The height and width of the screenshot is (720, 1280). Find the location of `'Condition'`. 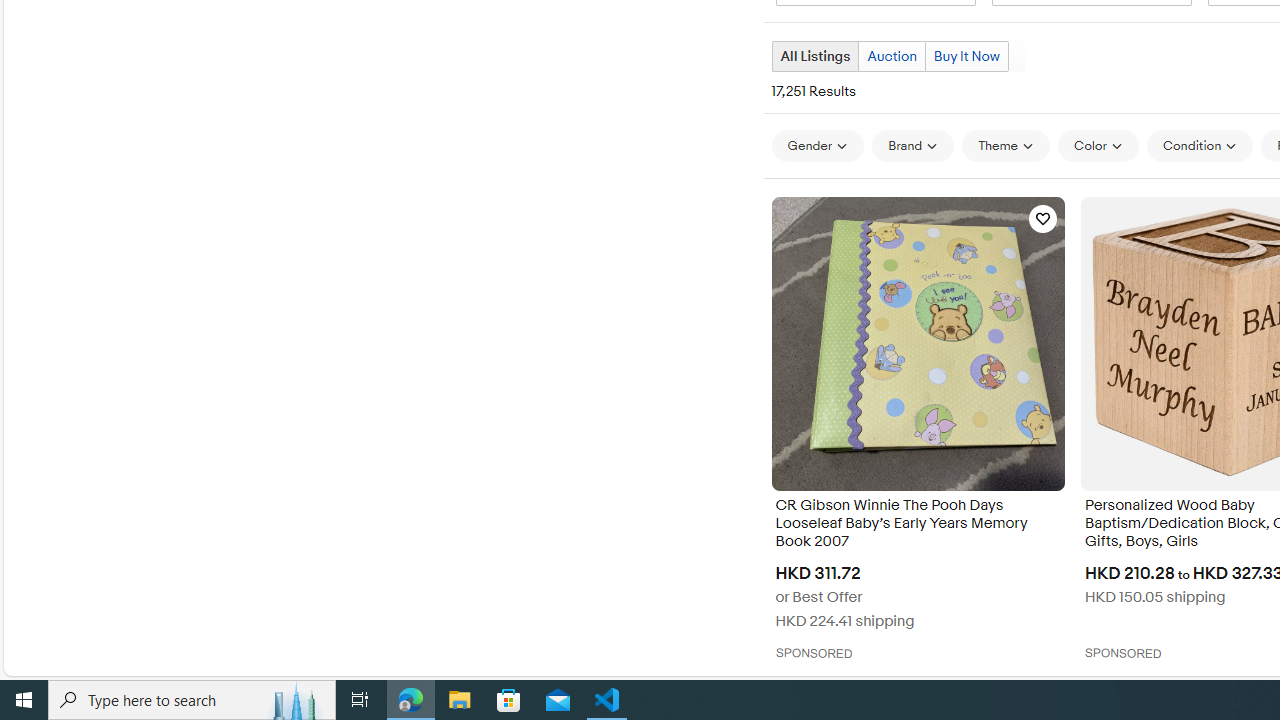

'Condition' is located at coordinates (1200, 144).